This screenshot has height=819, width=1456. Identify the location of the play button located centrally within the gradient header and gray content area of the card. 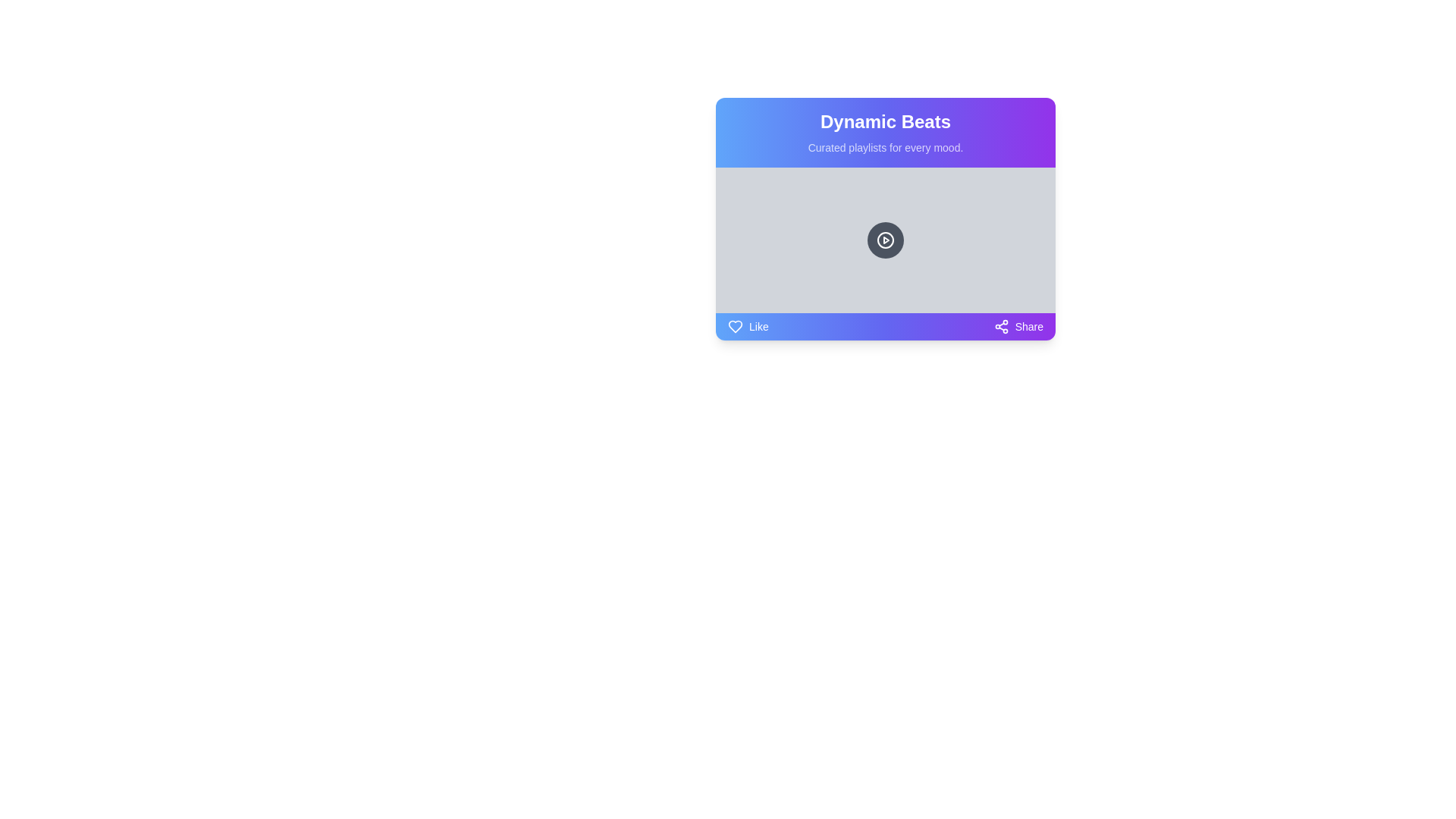
(885, 239).